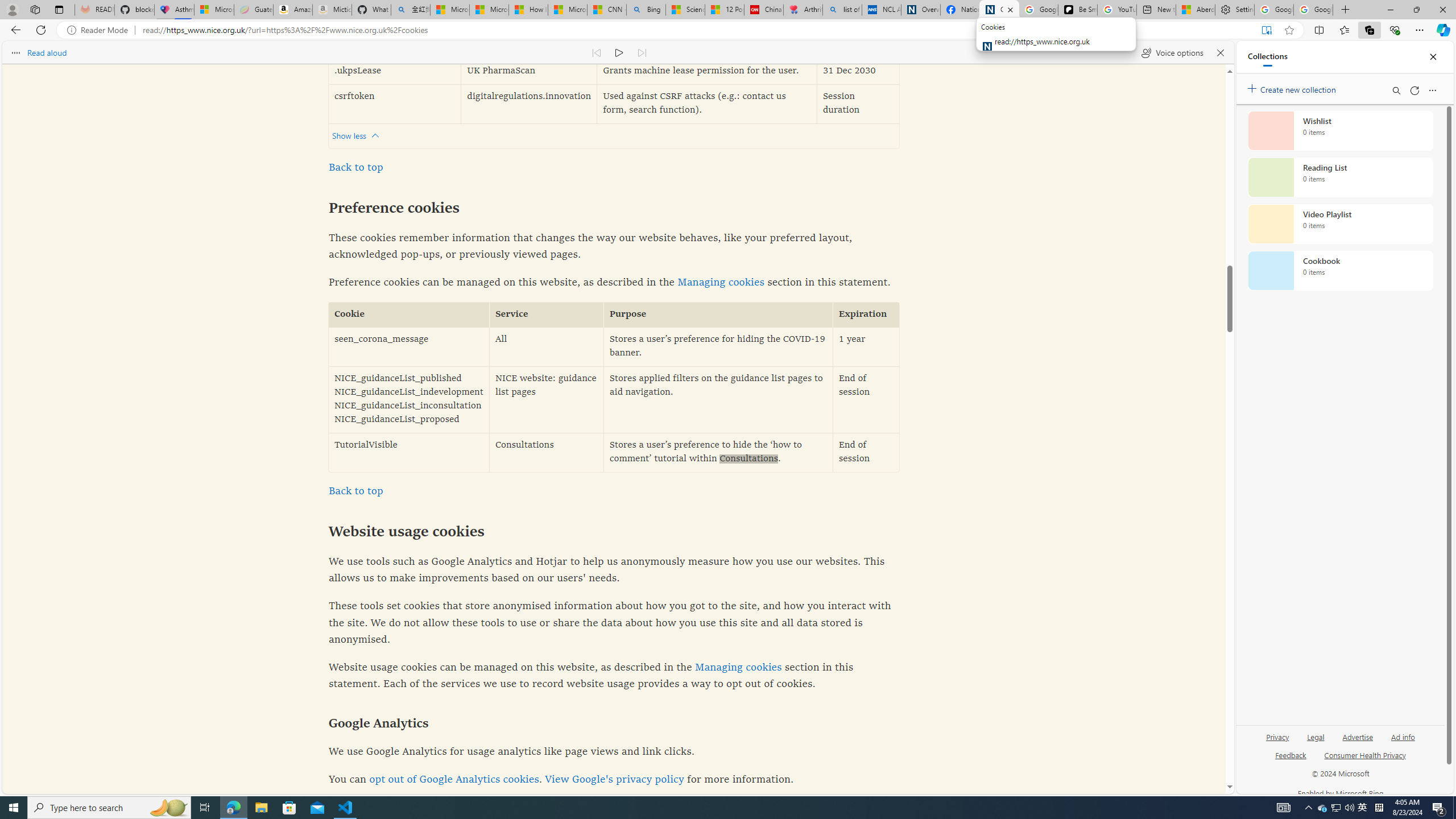  Describe the element at coordinates (614, 780) in the screenshot. I see `'View Google'` at that location.